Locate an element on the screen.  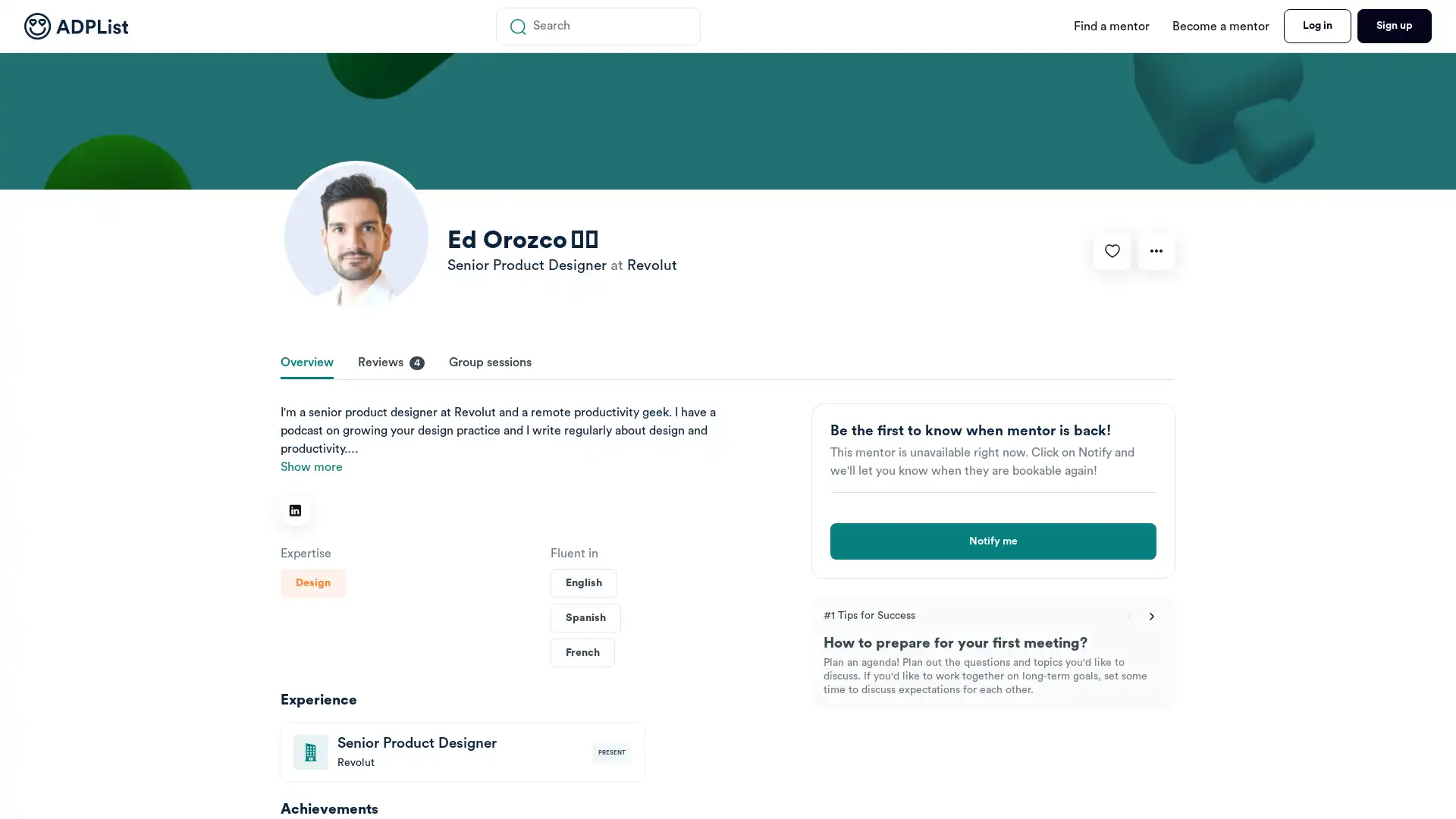
Notify me is located at coordinates (993, 540).